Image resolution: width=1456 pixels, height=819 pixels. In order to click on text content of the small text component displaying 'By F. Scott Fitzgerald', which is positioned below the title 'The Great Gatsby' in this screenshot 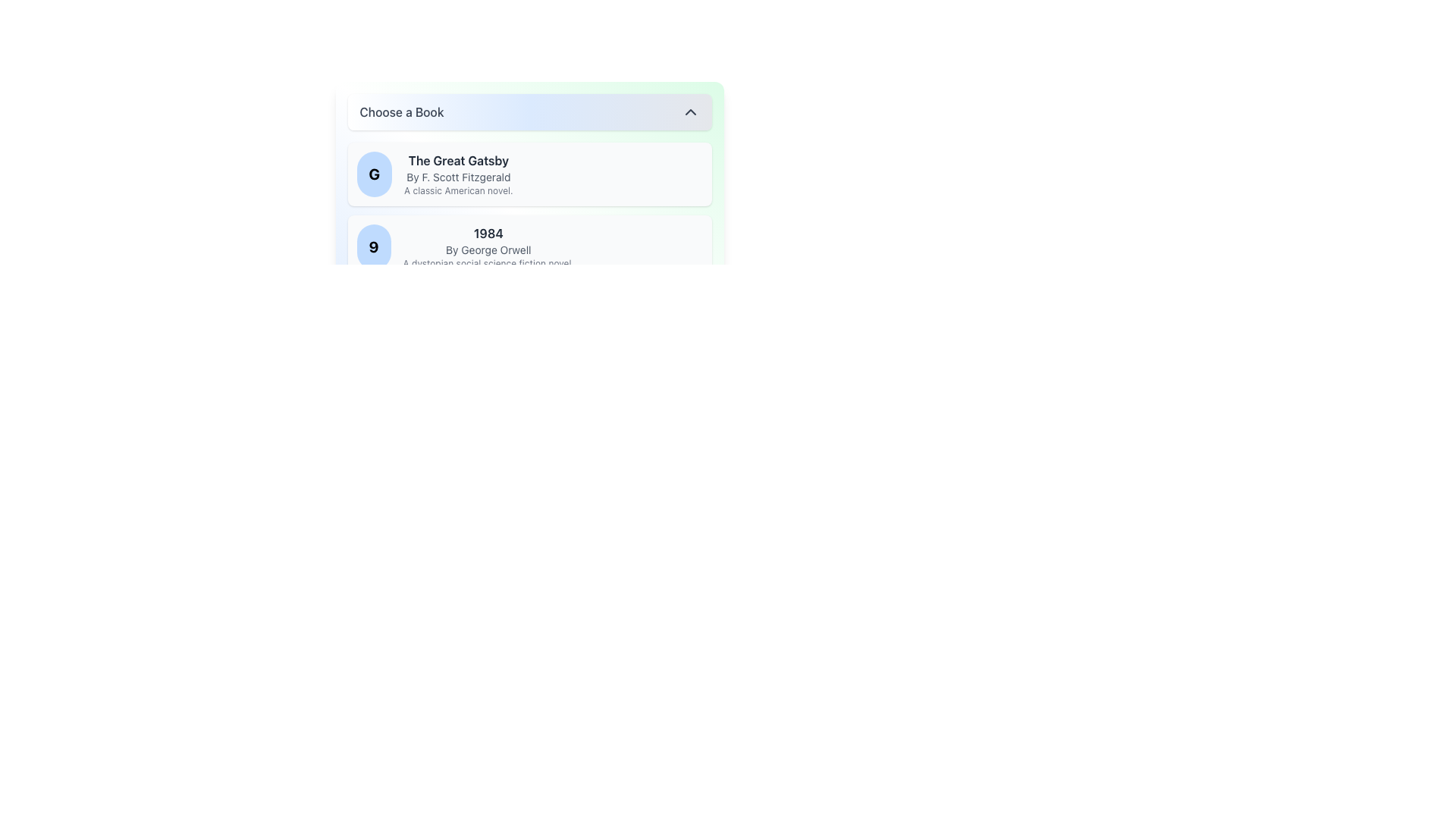, I will do `click(457, 177)`.